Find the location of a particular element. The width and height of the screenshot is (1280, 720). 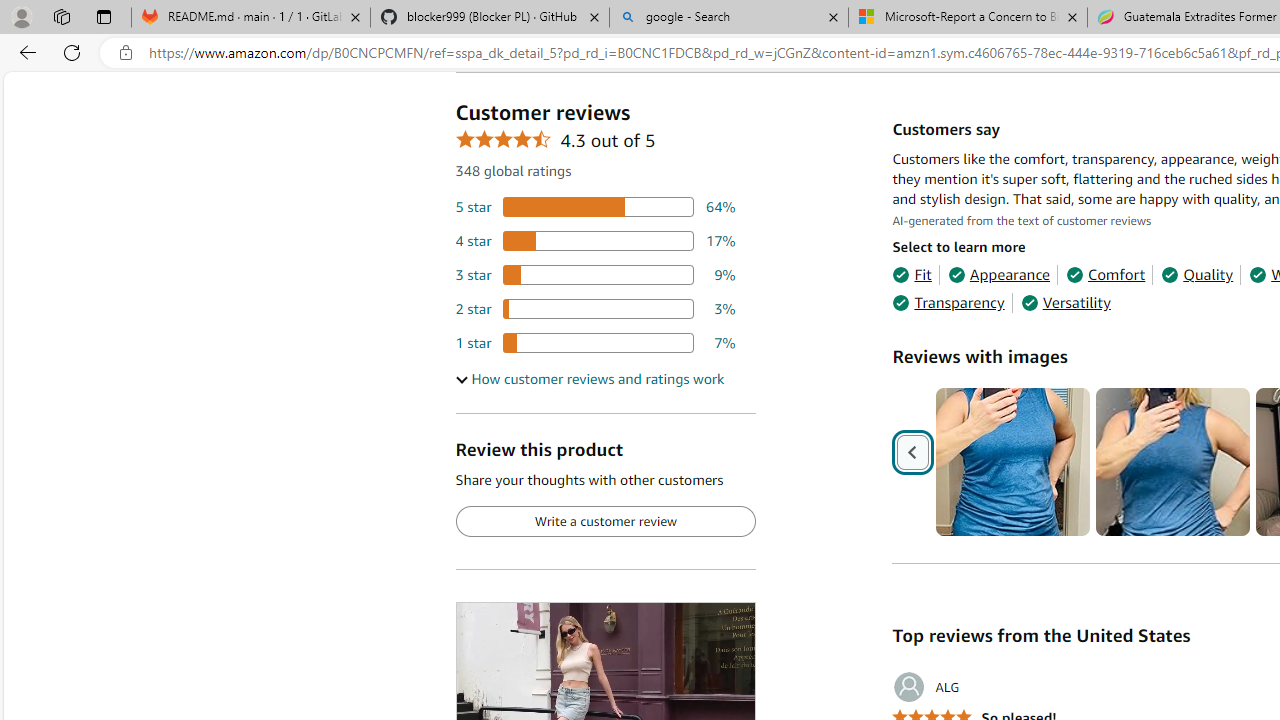

'Comfort' is located at coordinates (1104, 275).